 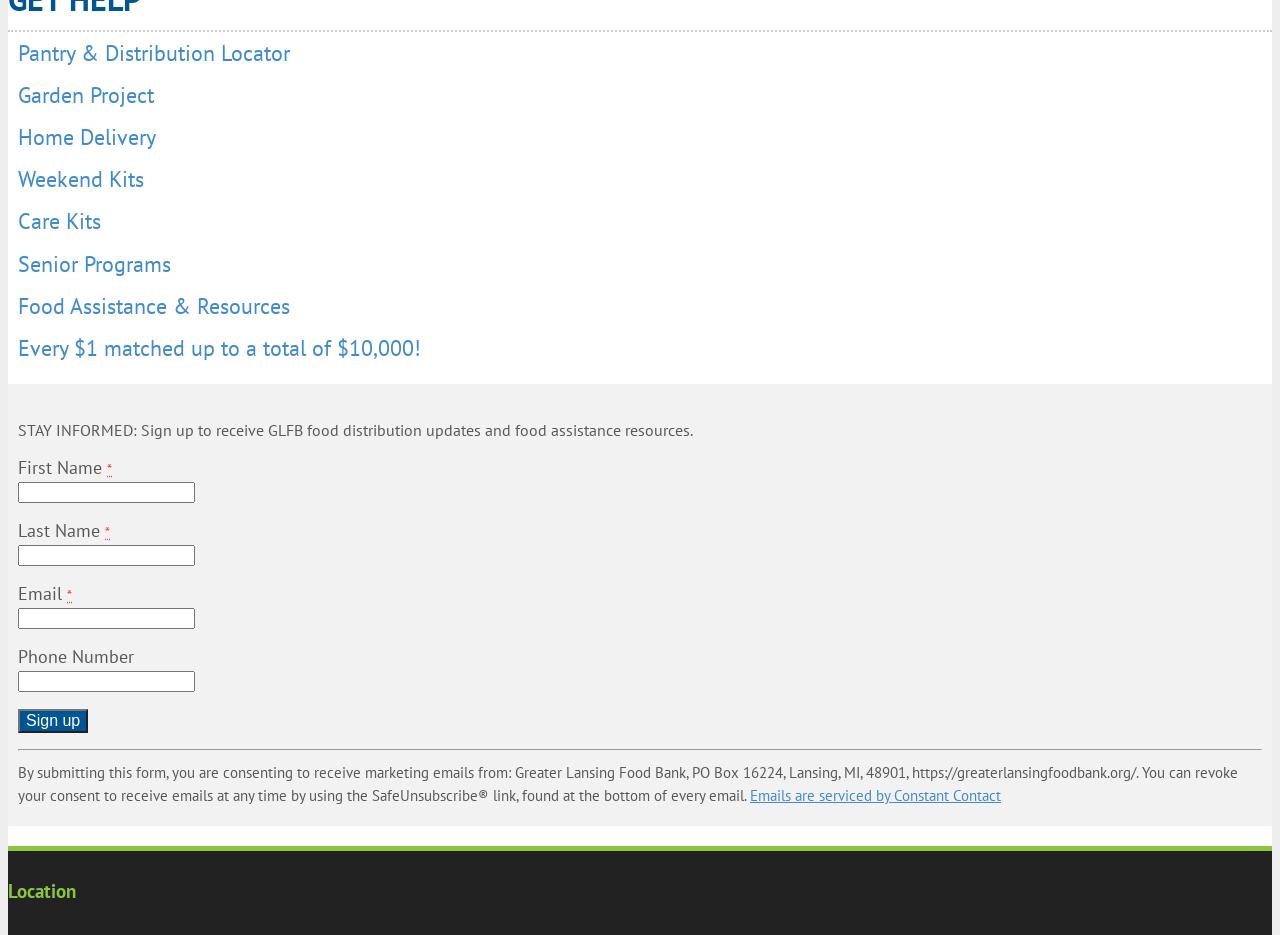 What do you see at coordinates (85, 92) in the screenshot?
I see `'Garden Project'` at bounding box center [85, 92].